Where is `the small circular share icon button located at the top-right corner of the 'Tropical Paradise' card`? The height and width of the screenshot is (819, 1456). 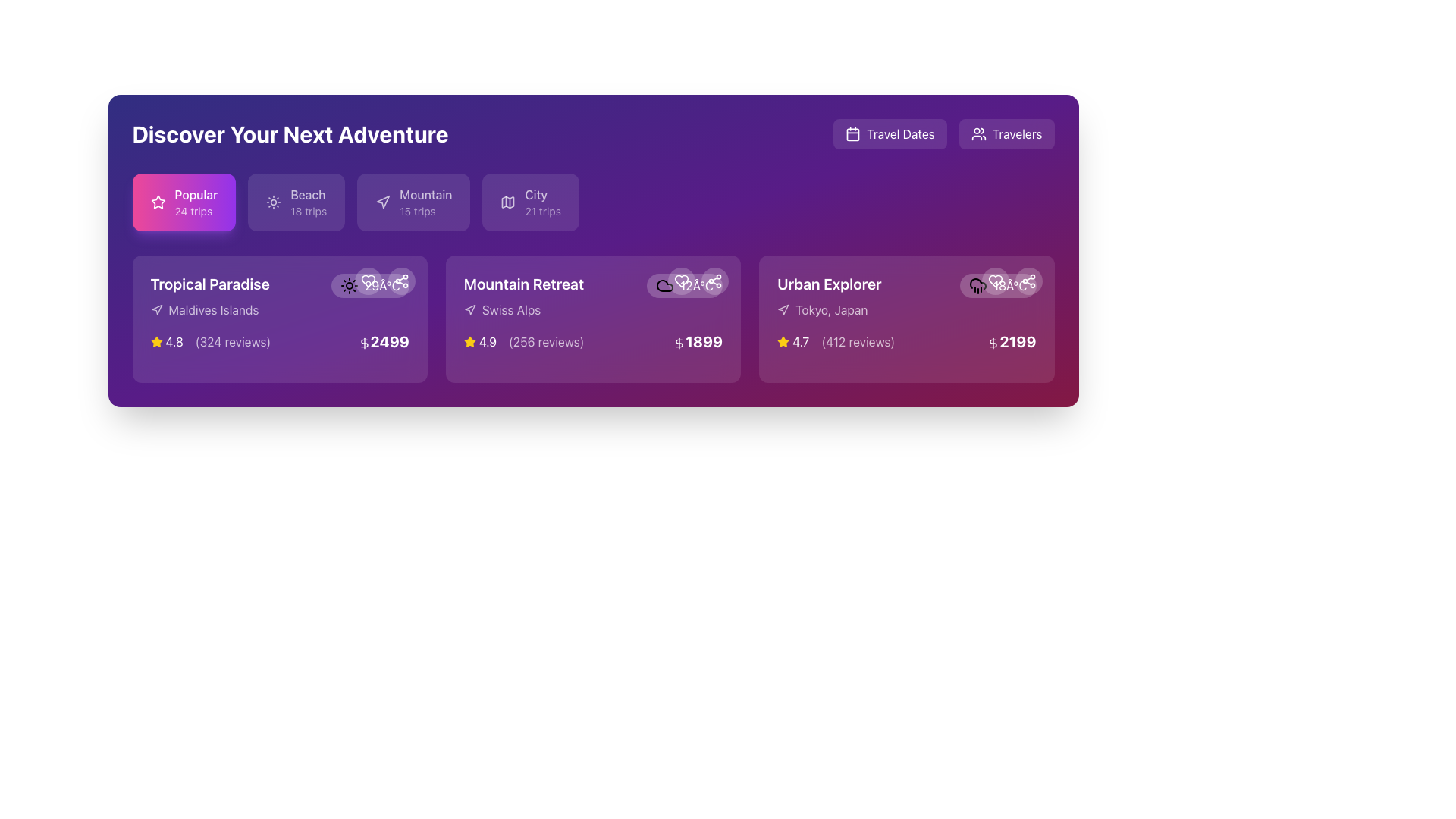 the small circular share icon button located at the top-right corner of the 'Tropical Paradise' card is located at coordinates (384, 281).